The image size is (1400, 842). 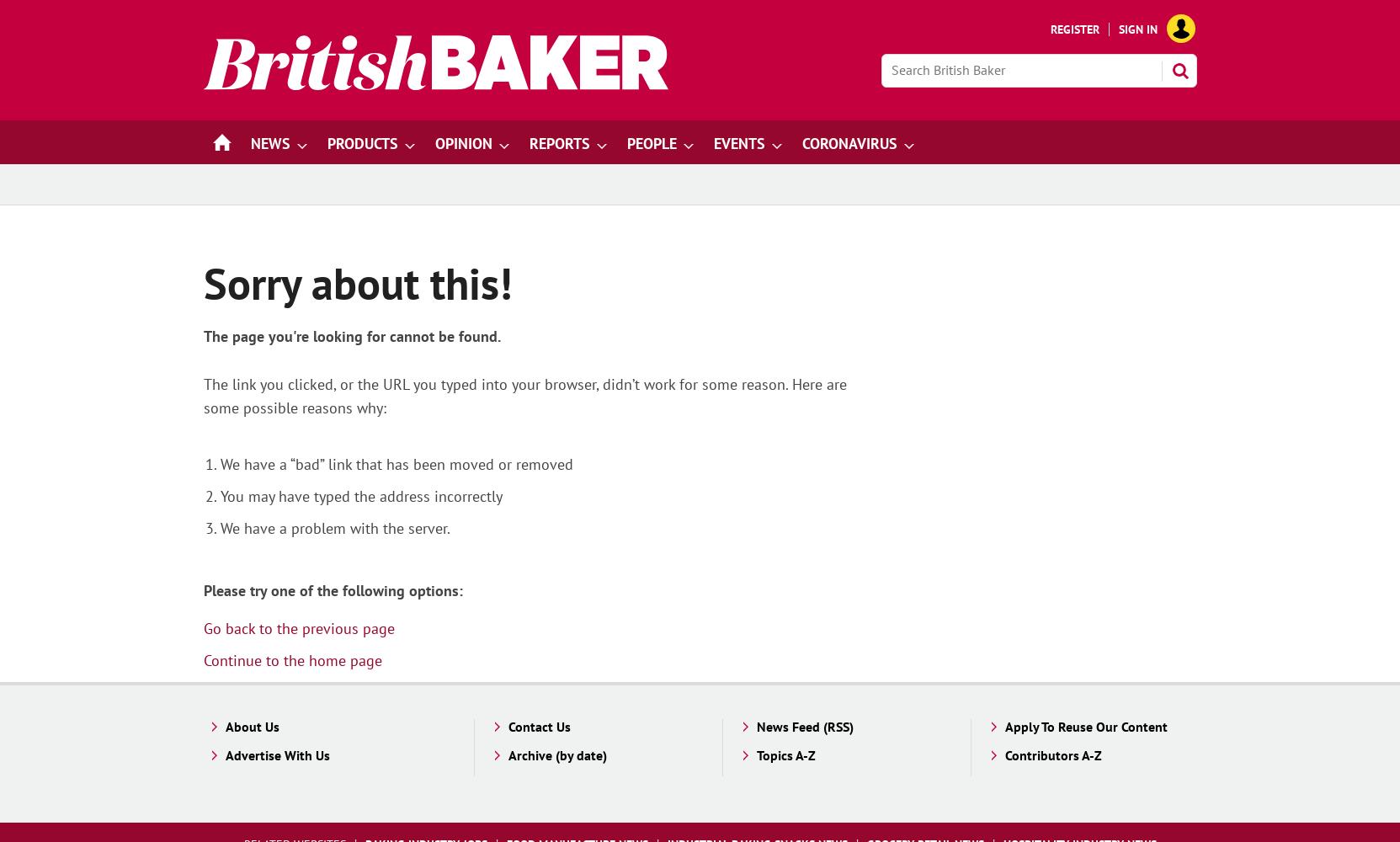 What do you see at coordinates (523, 395) in the screenshot?
I see `'The link you clicked, or the URL you typed into your browser, didn’t work for some reason. Here are some possible reasons why:'` at bounding box center [523, 395].